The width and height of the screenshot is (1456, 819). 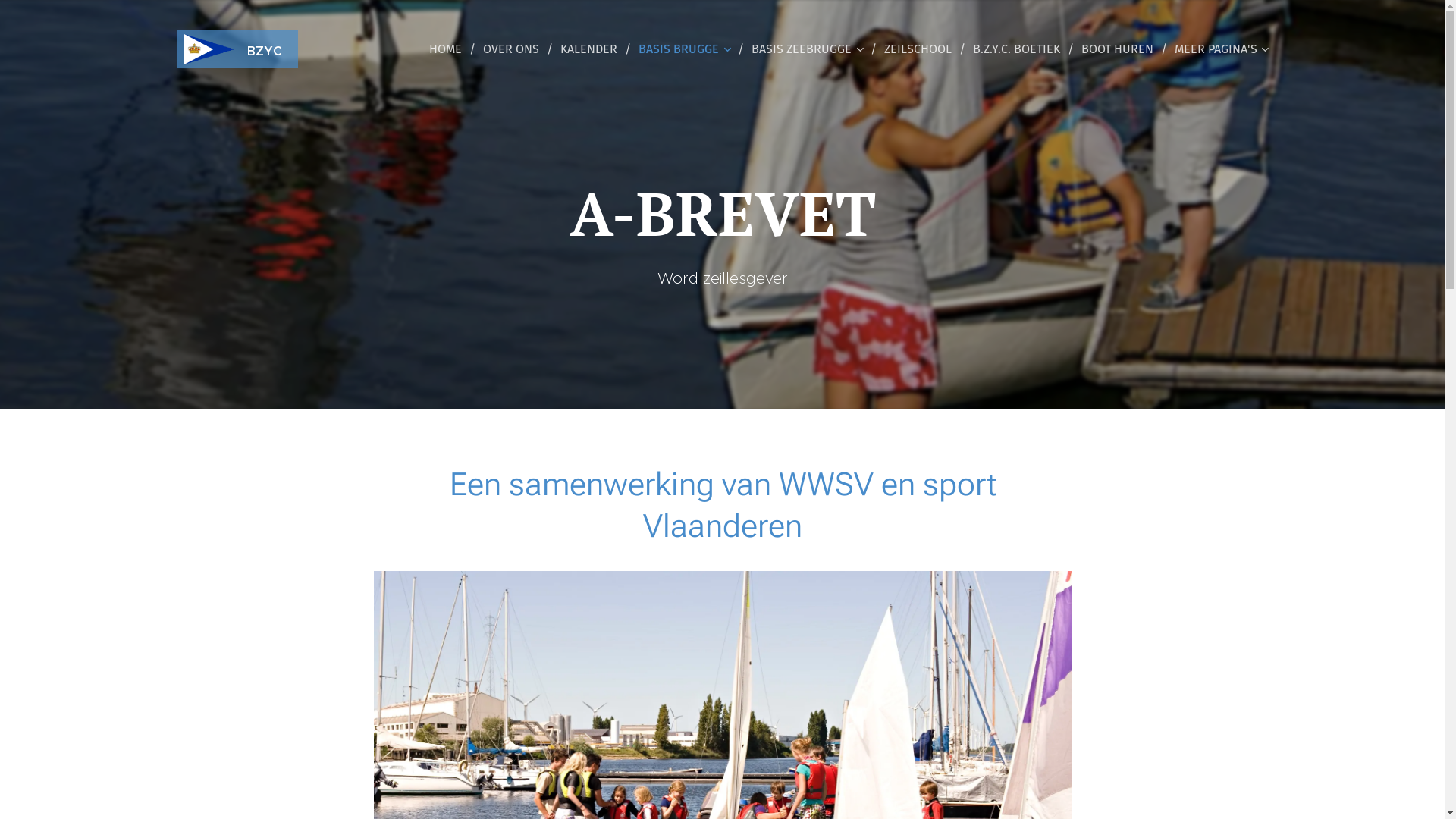 I want to click on 'HOME', so click(x=449, y=49).